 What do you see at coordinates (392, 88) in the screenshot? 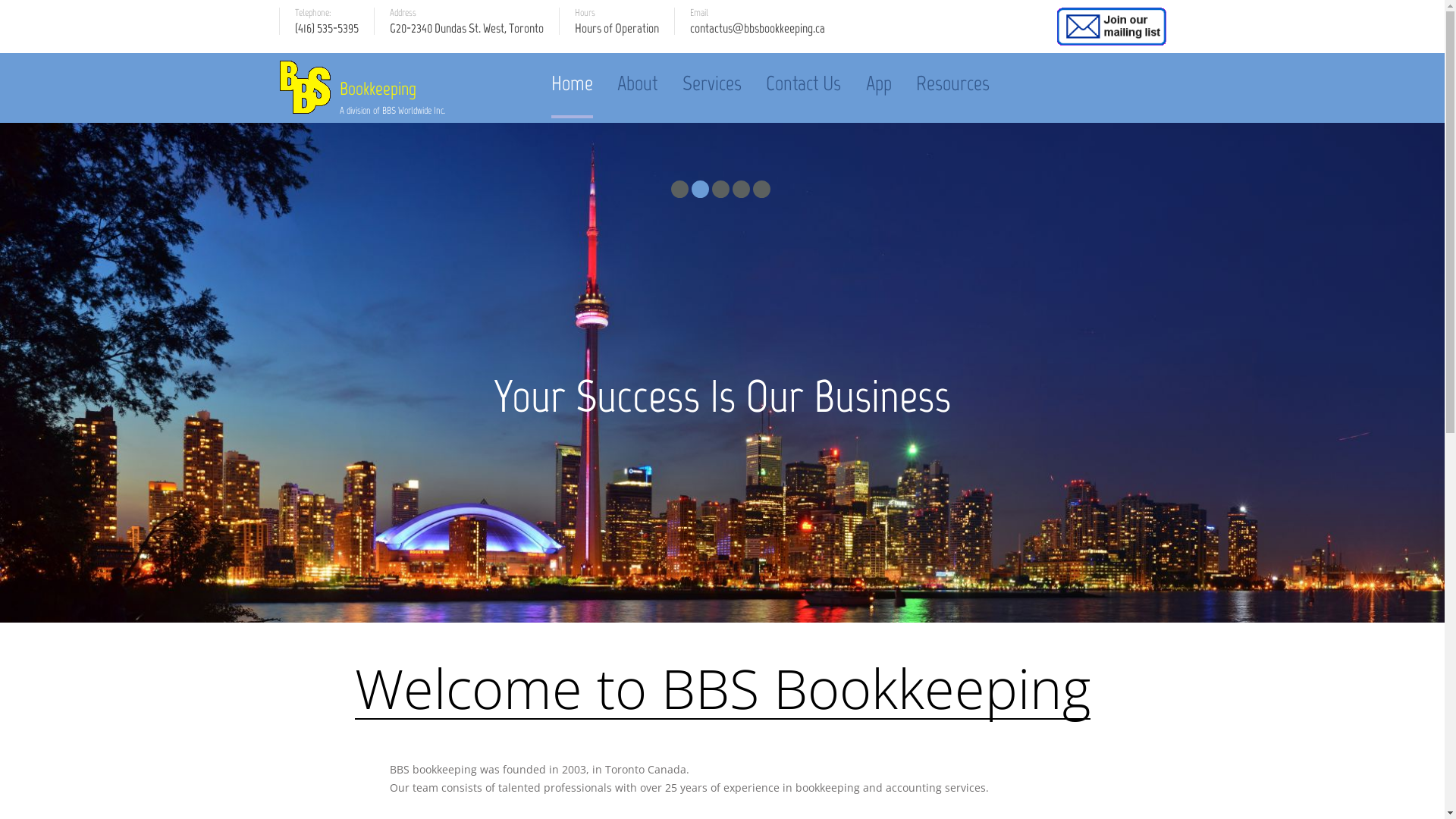
I see `'Bookkeeping'` at bounding box center [392, 88].